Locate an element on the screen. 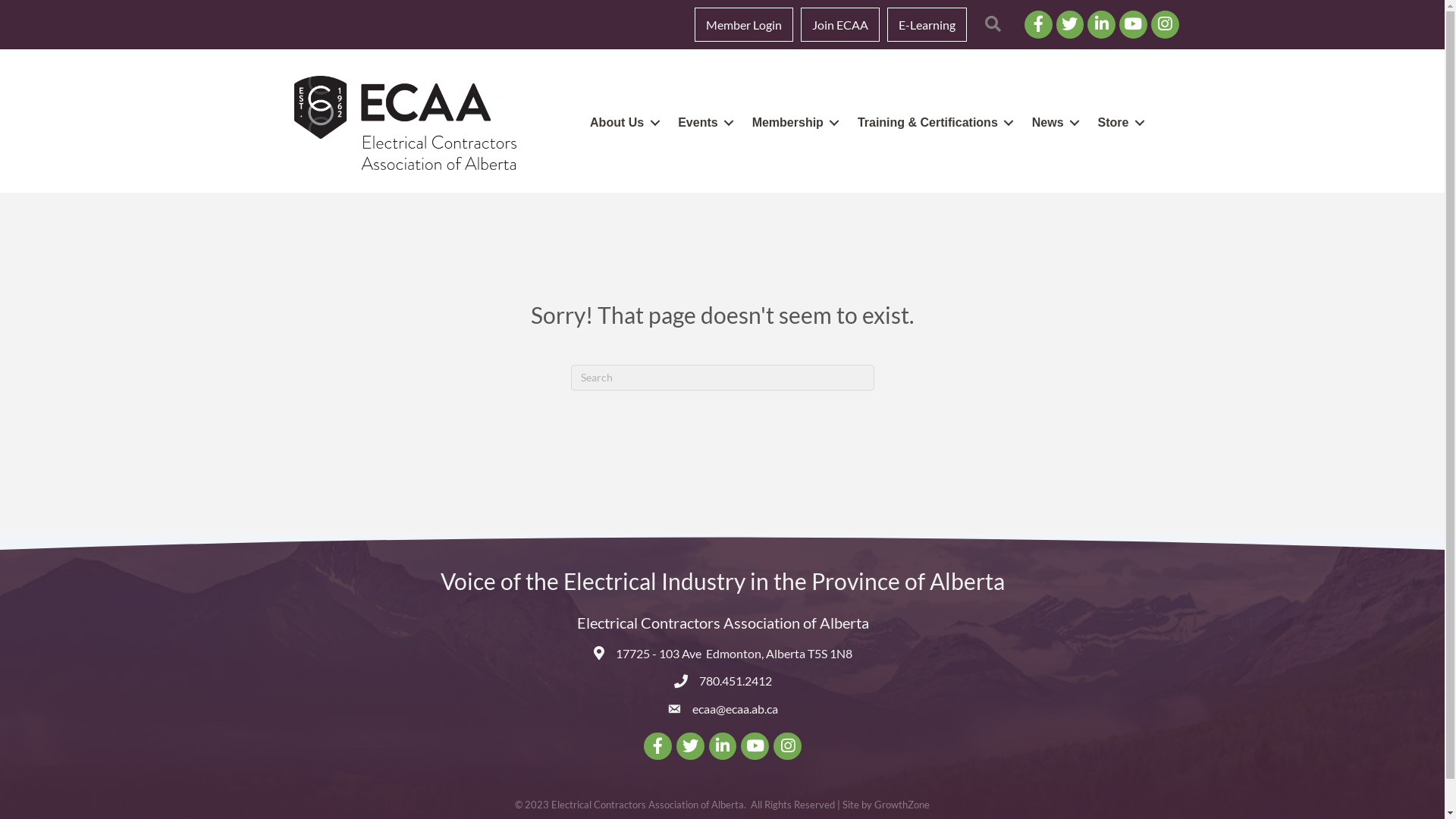 The width and height of the screenshot is (1456, 819). 'Membership' is located at coordinates (792, 121).